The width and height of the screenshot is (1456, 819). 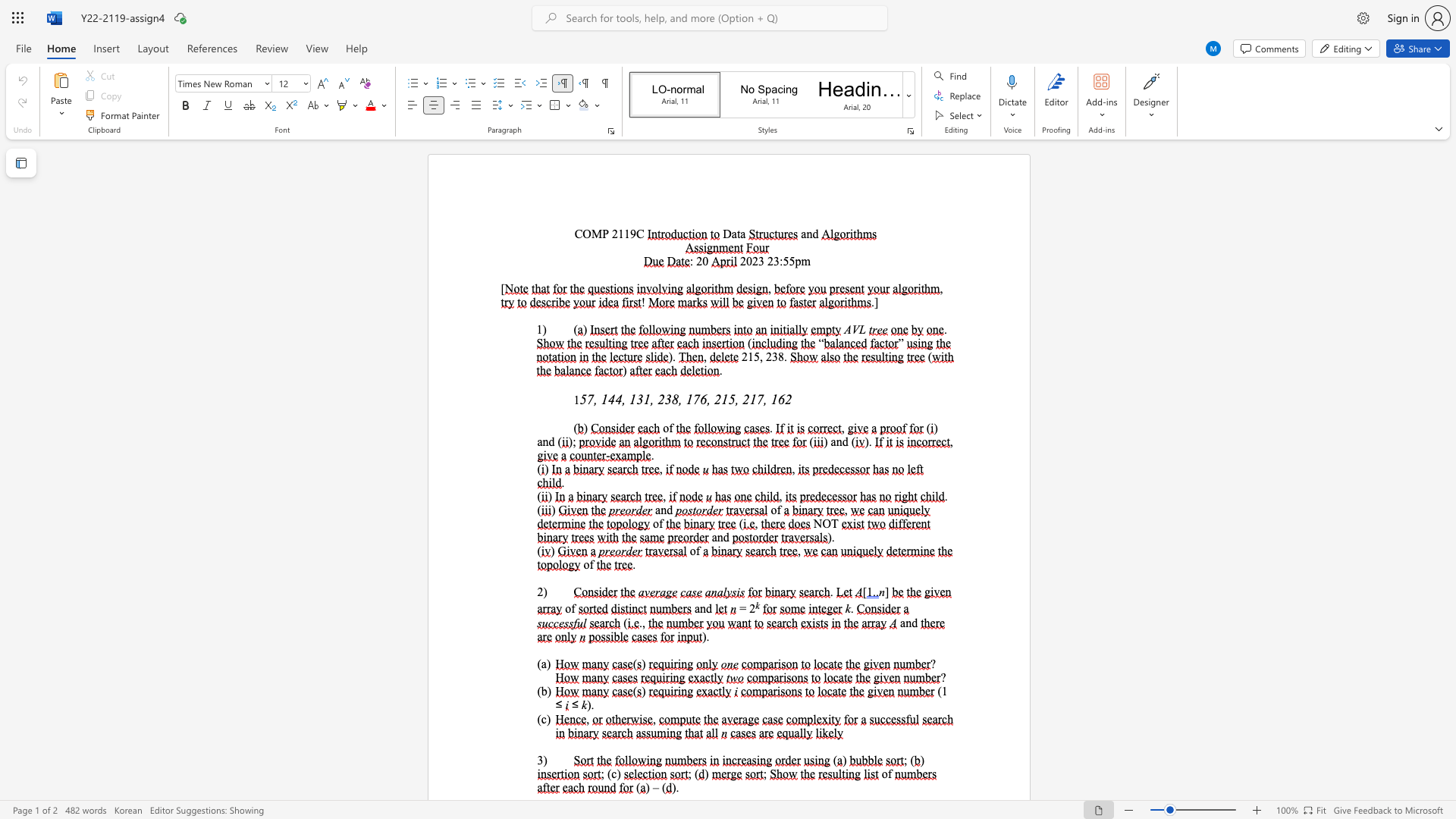 I want to click on the subset text "44, 131, 238" within the text "57, 144, 131, 238, 176, 215, 217, 162", so click(x=607, y=398).